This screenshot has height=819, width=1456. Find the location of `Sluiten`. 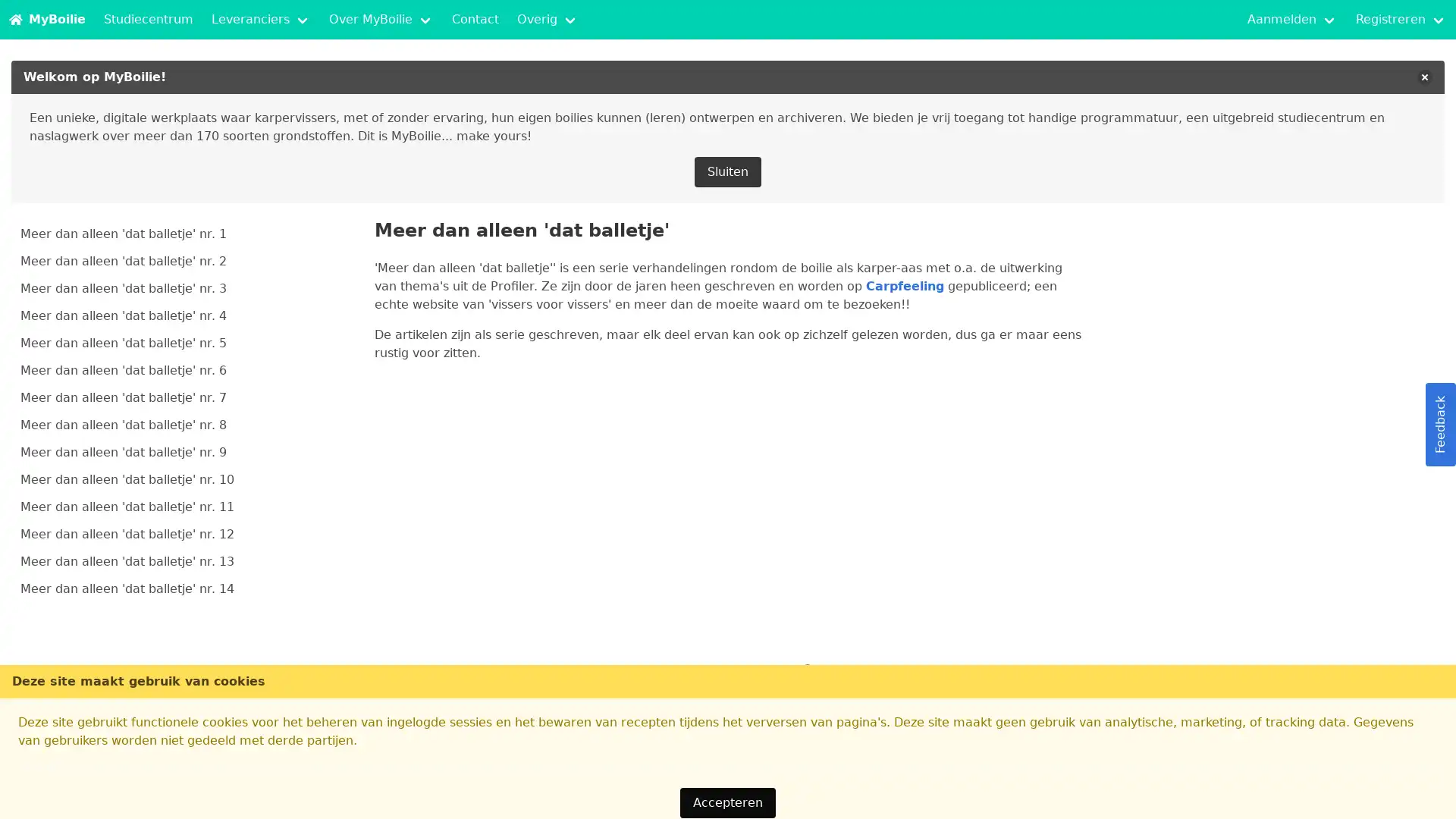

Sluiten is located at coordinates (728, 171).